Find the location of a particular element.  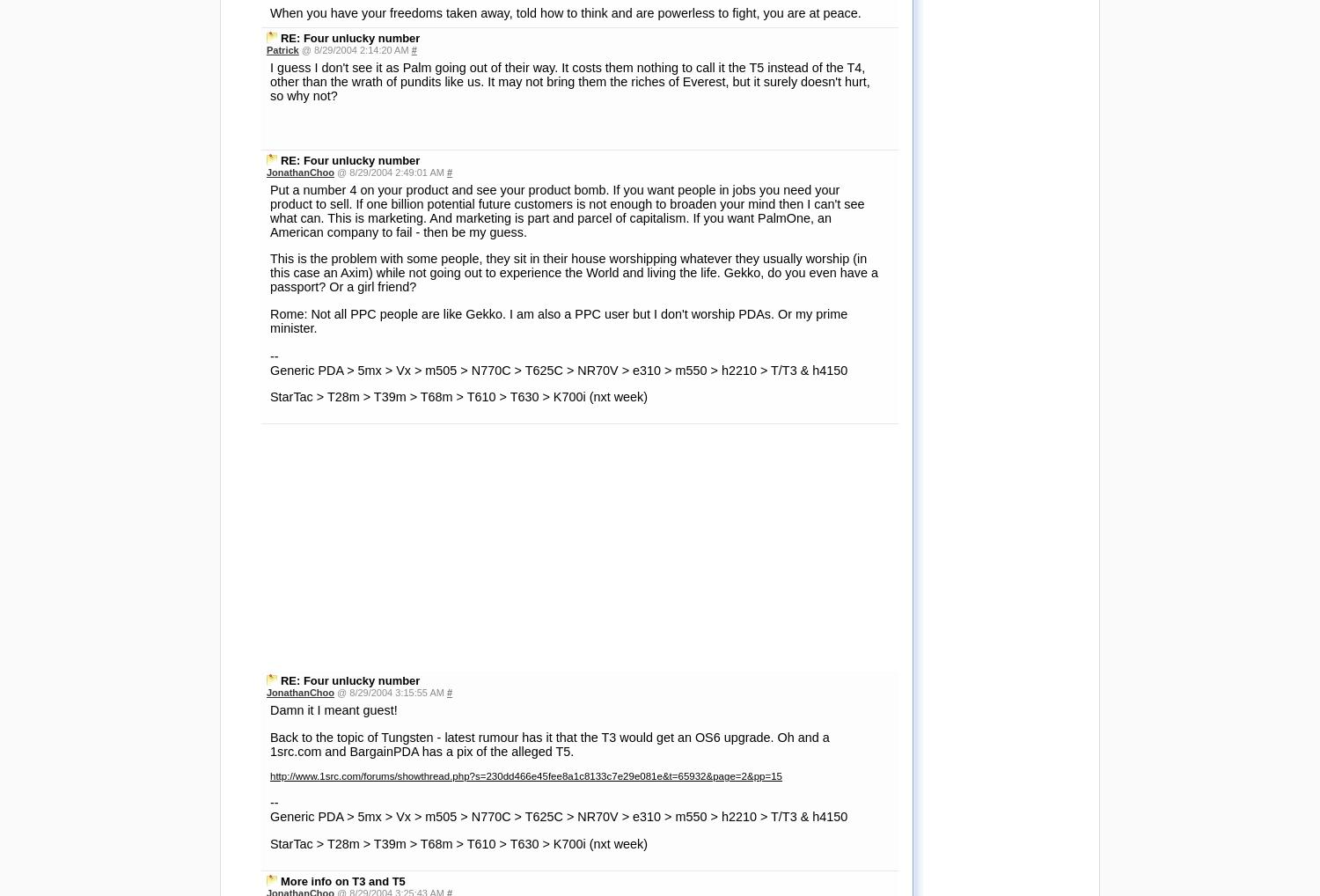

'@ 8/29/2004 2:21:49 PM' is located at coordinates (352, 601).